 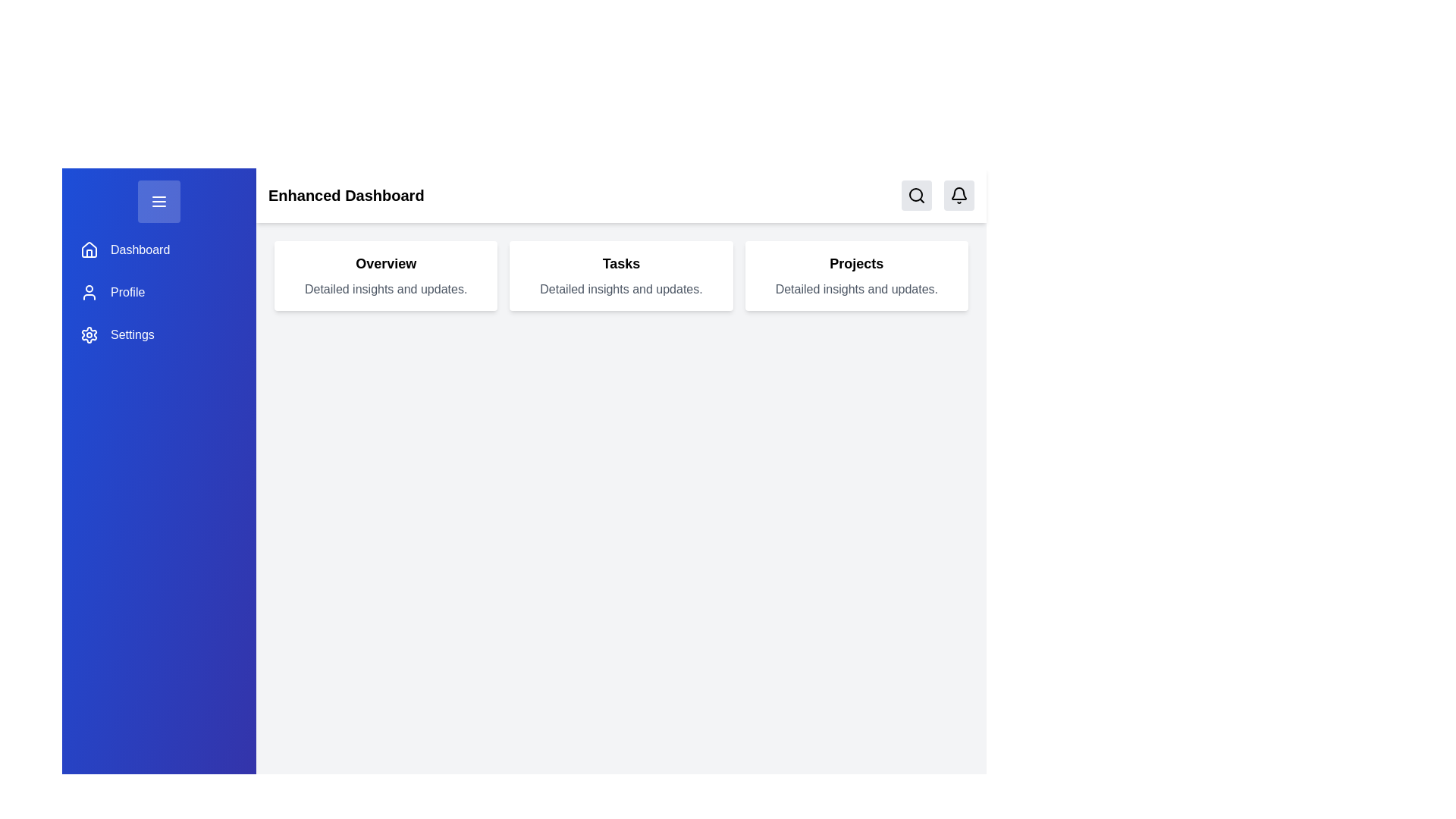 What do you see at coordinates (132, 334) in the screenshot?
I see `the 'Settings' text label in the vertical navigation menu, which is displayed in white text on a blue background, located below the 'Profile' option` at bounding box center [132, 334].